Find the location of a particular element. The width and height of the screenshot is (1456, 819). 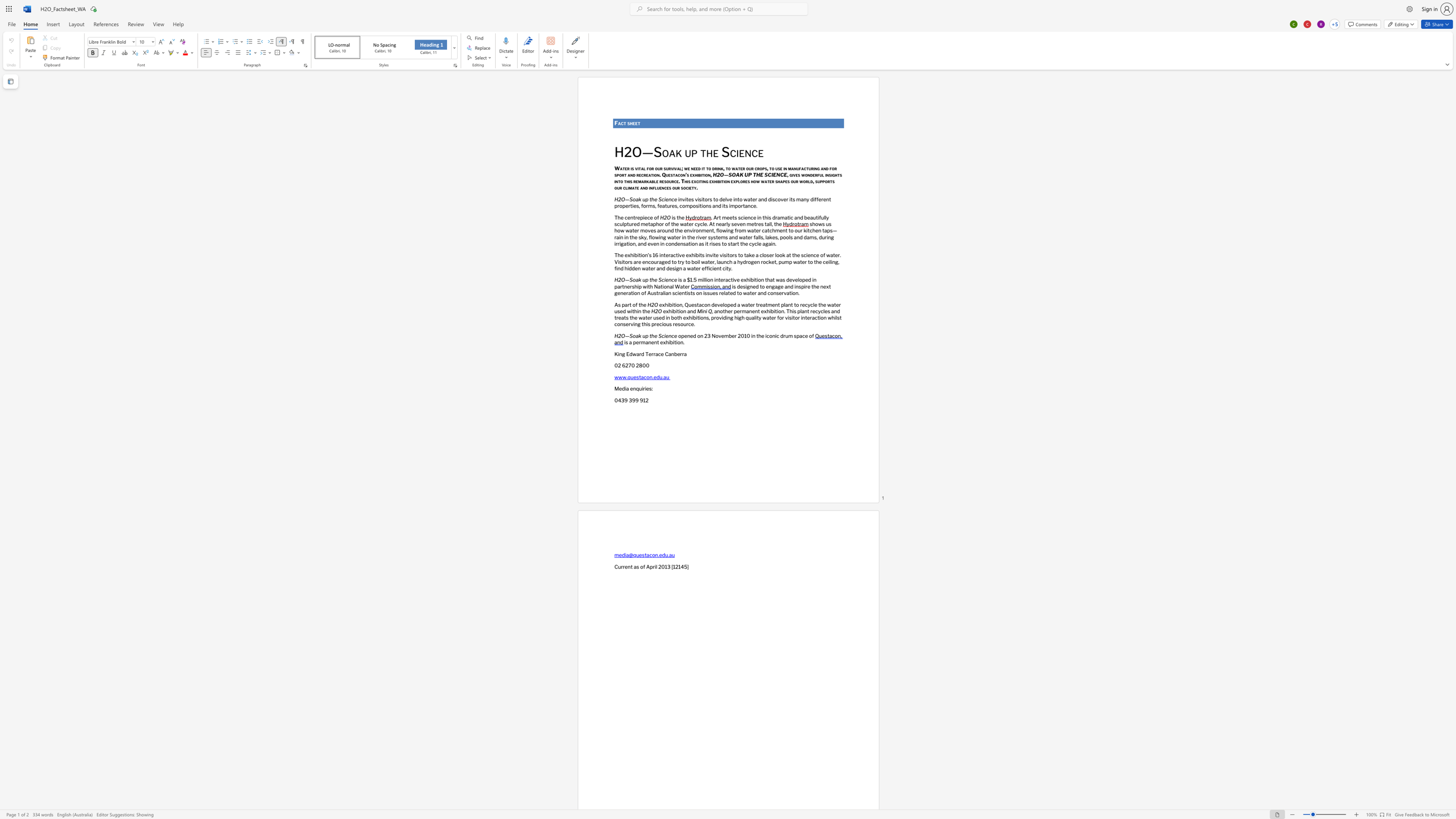

the 1th character "s" in the text is located at coordinates (629, 123).